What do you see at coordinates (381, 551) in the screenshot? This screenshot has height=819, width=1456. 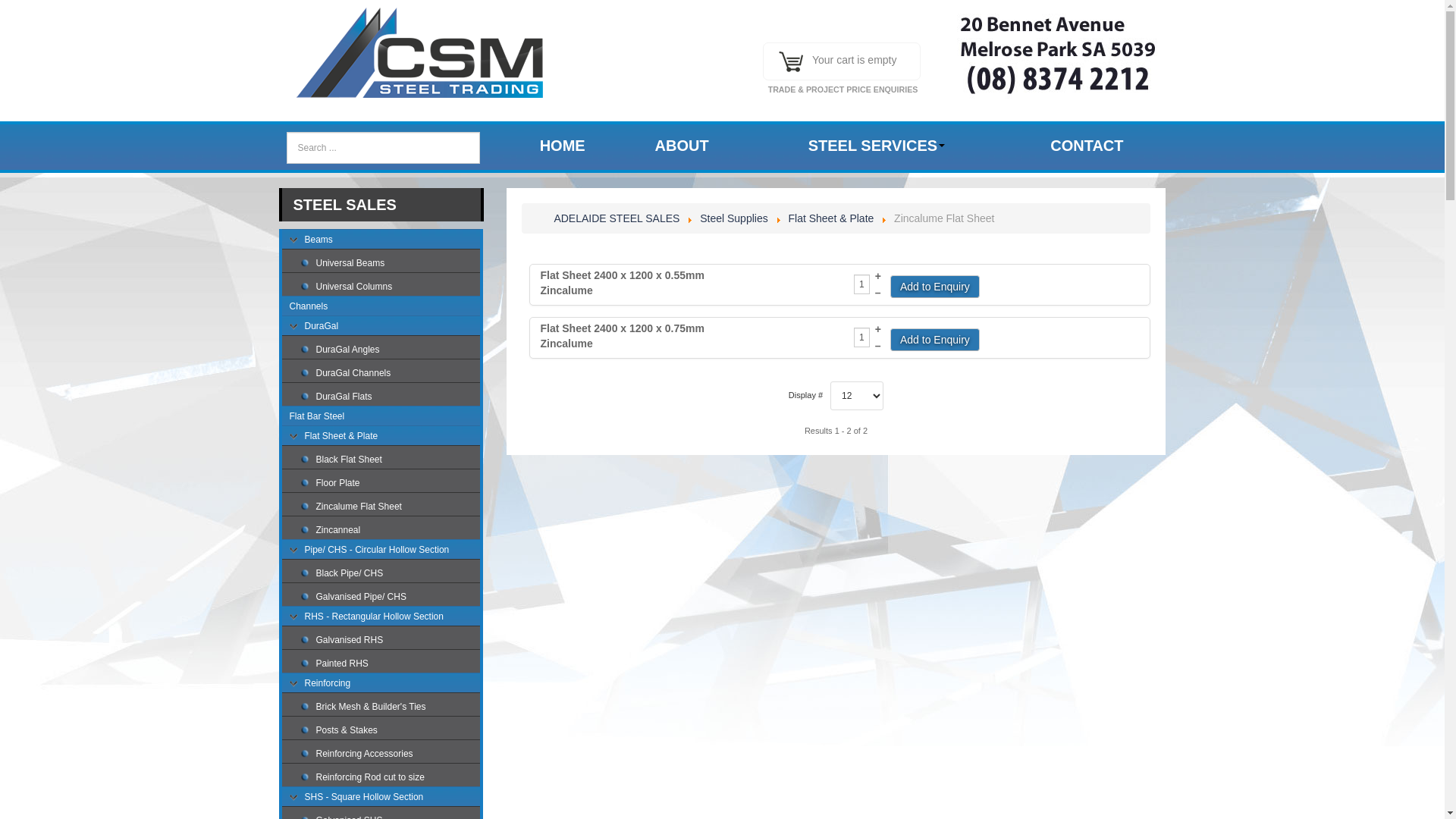 I see `'Pipe/ CHS - Circular Hollow Section'` at bounding box center [381, 551].